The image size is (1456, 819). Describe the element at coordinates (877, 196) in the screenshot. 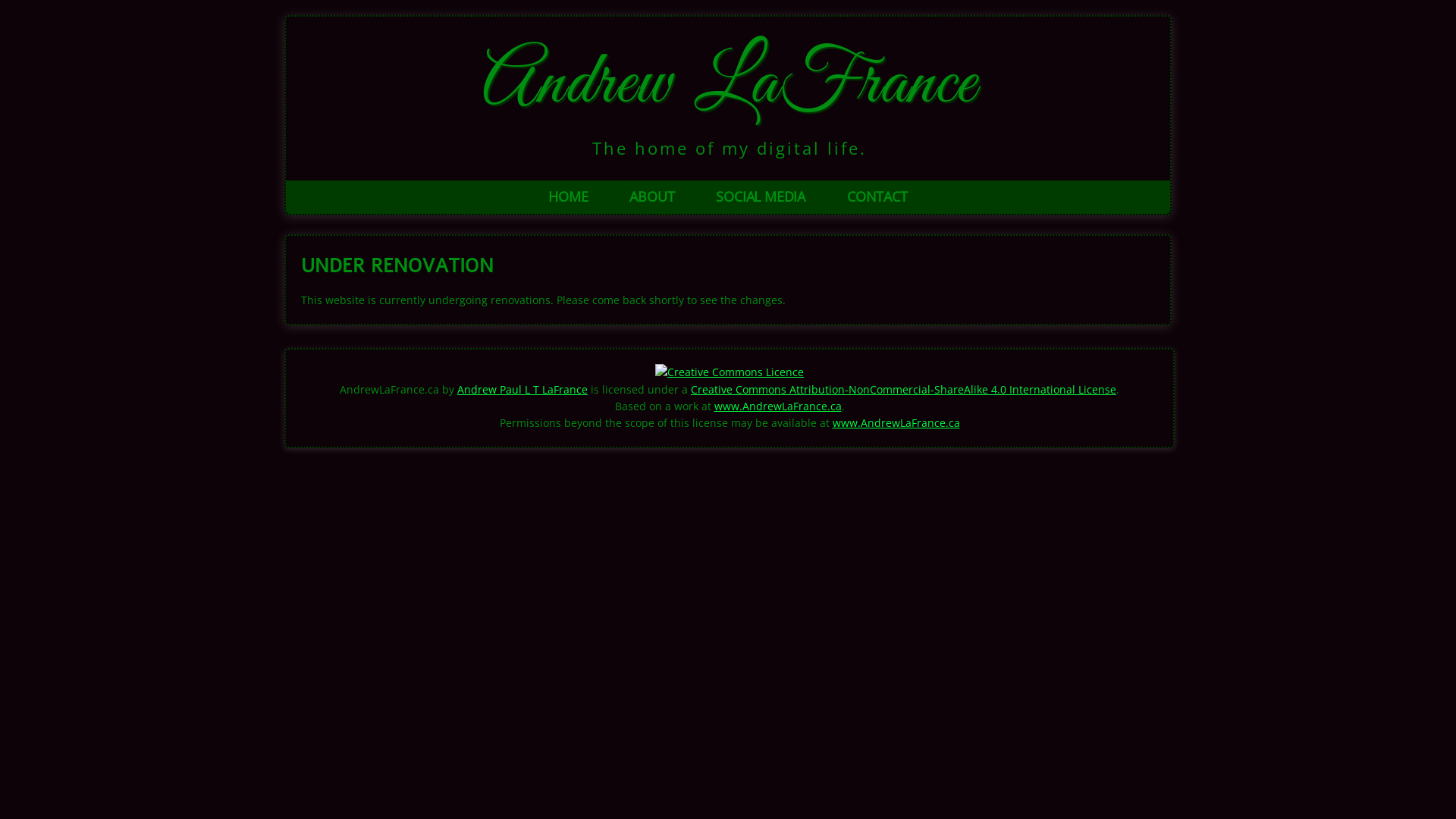

I see `'CONTACT'` at that location.